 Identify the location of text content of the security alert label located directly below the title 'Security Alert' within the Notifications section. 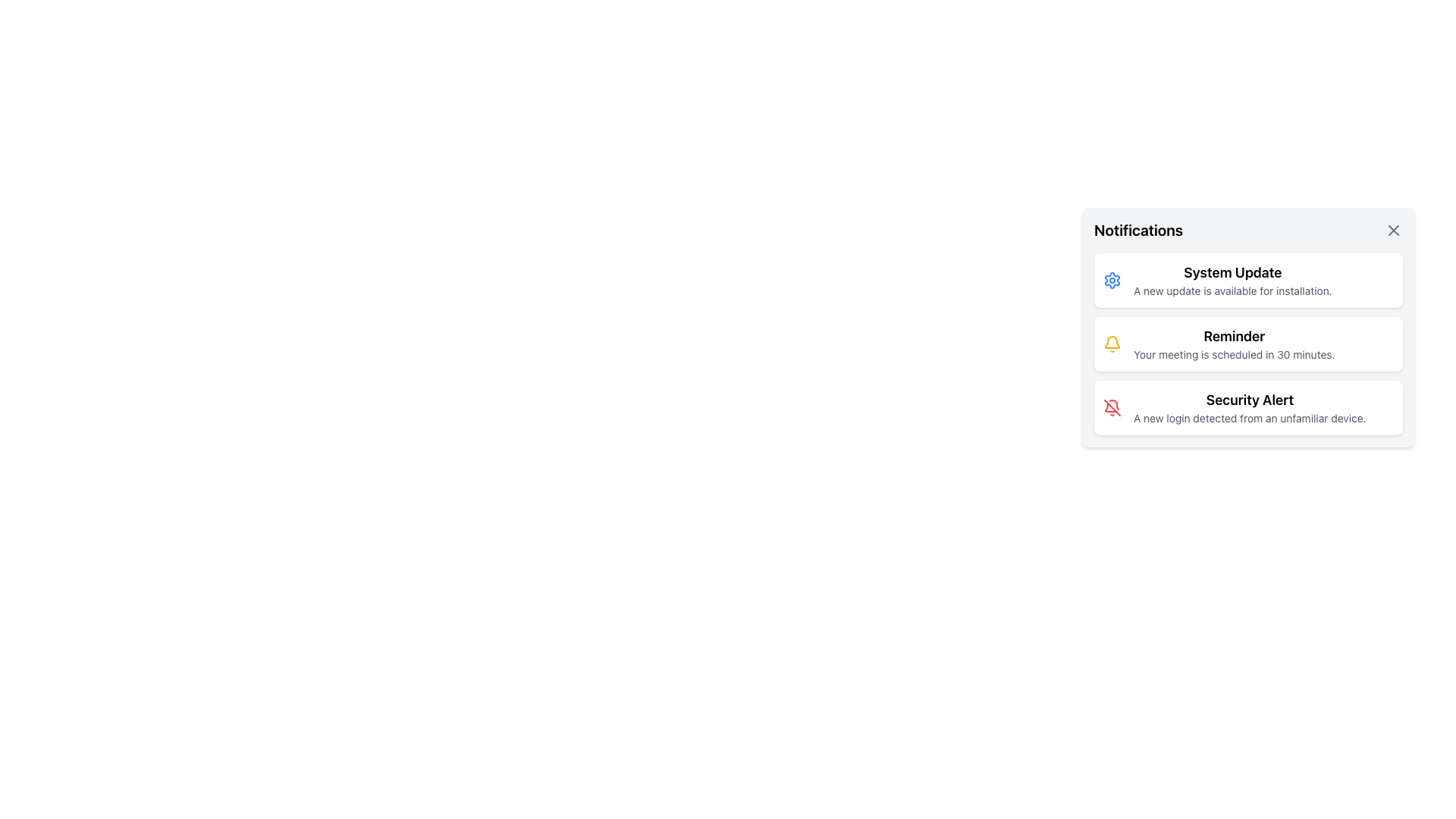
(1250, 418).